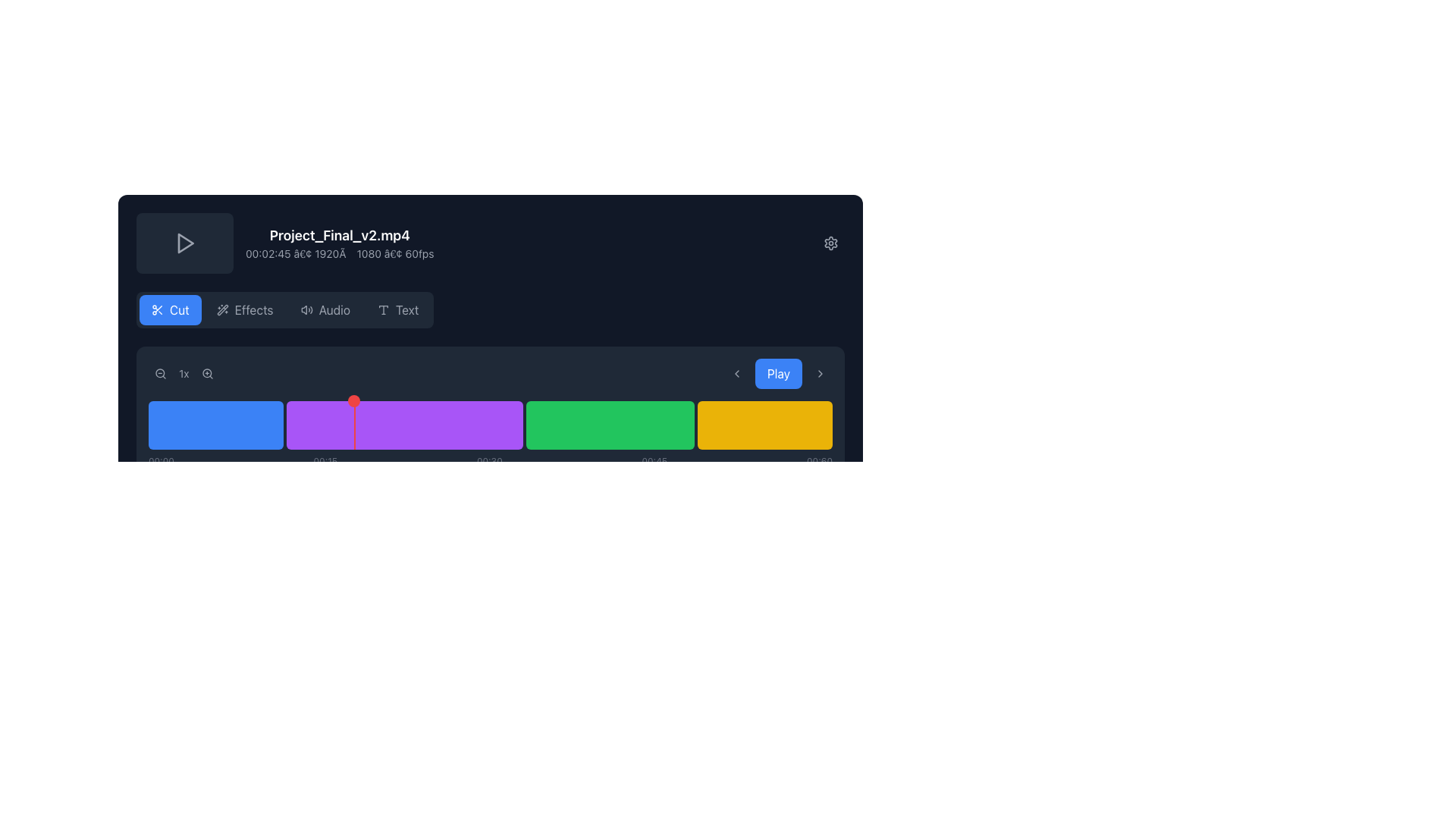 This screenshot has width=1456, height=819. What do you see at coordinates (215, 425) in the screenshot?
I see `the leftmost blue rectangular block in the timeline` at bounding box center [215, 425].